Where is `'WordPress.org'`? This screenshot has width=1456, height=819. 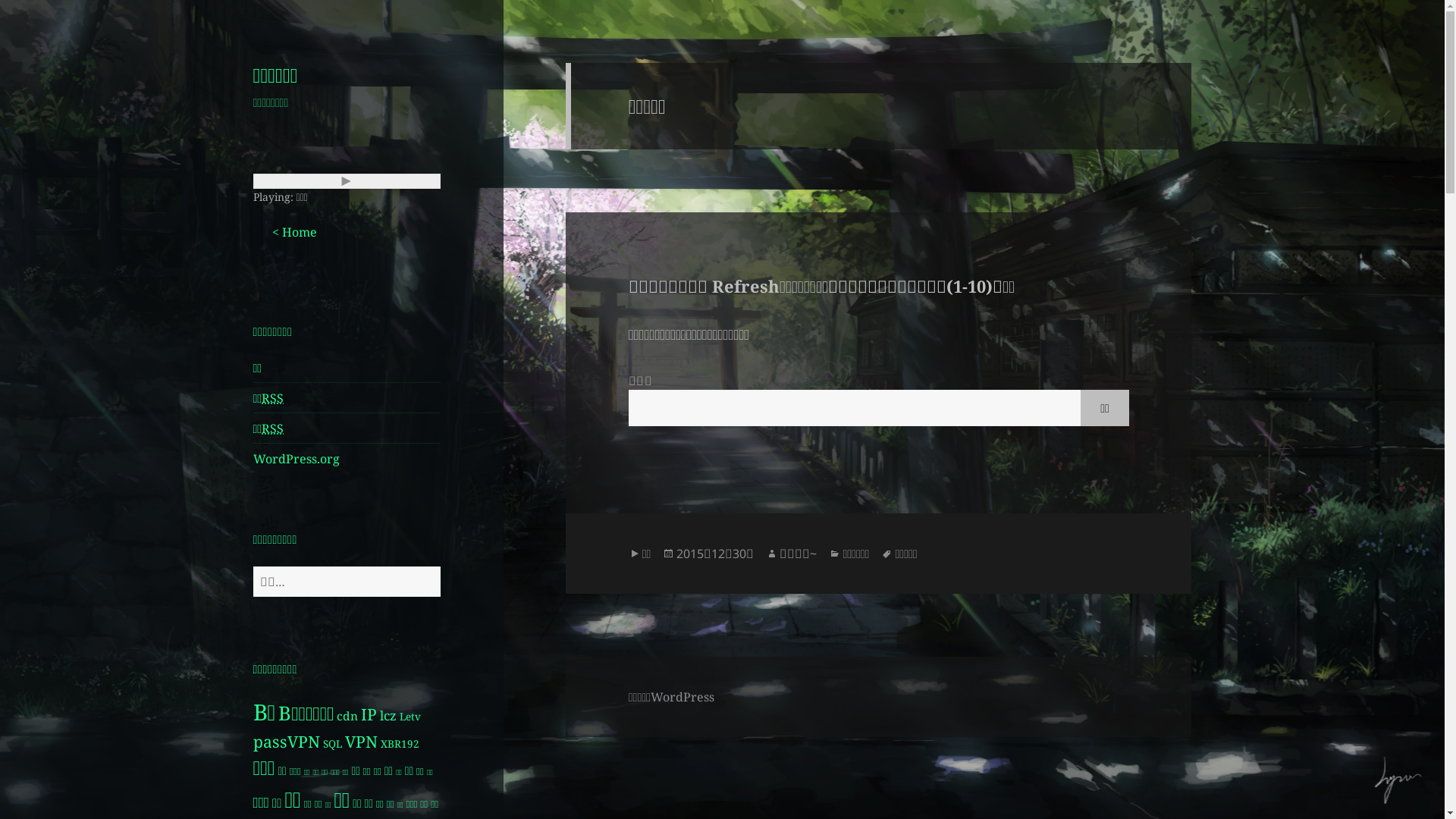 'WordPress.org' is located at coordinates (296, 458).